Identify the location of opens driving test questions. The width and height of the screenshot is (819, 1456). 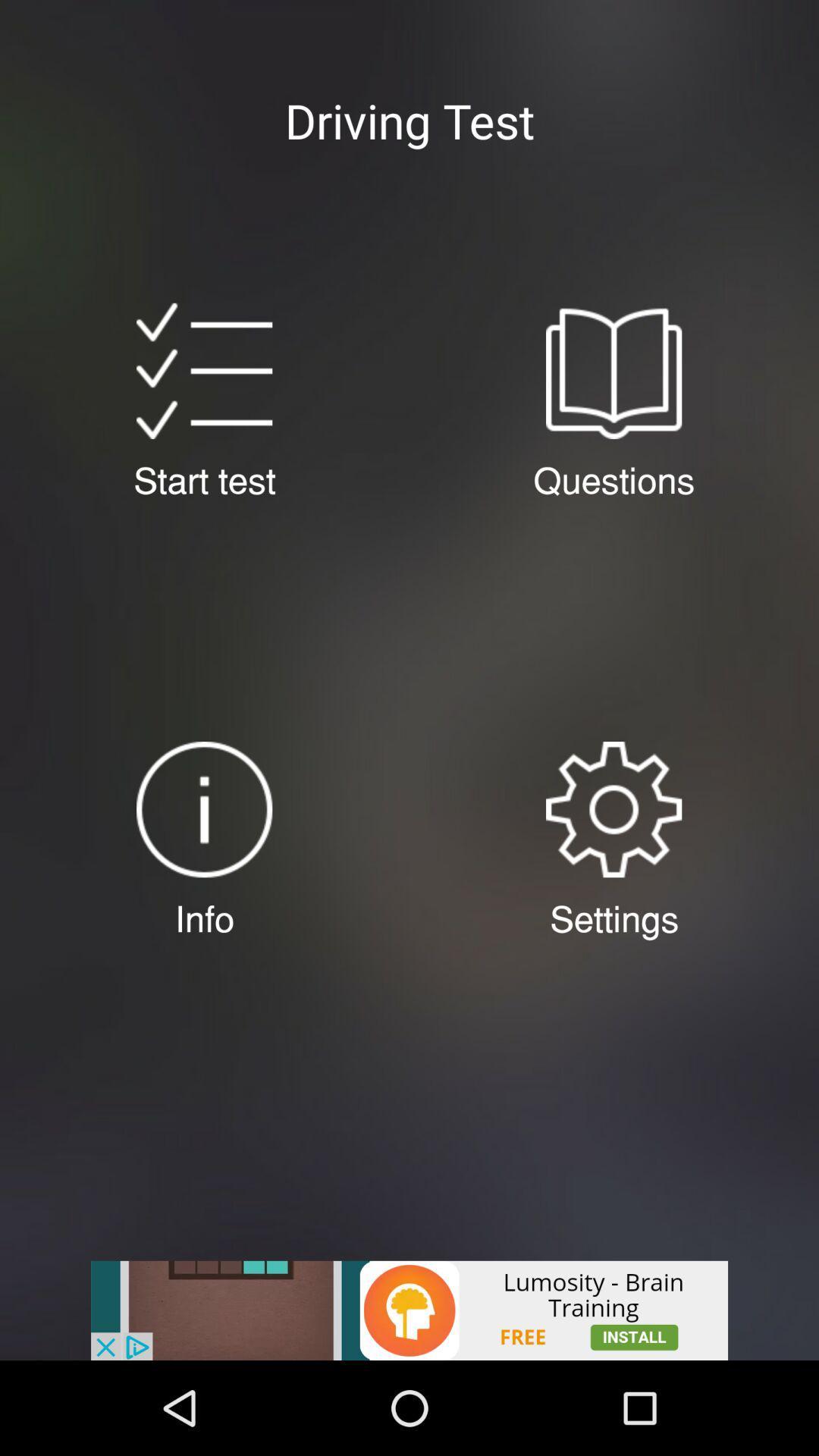
(613, 371).